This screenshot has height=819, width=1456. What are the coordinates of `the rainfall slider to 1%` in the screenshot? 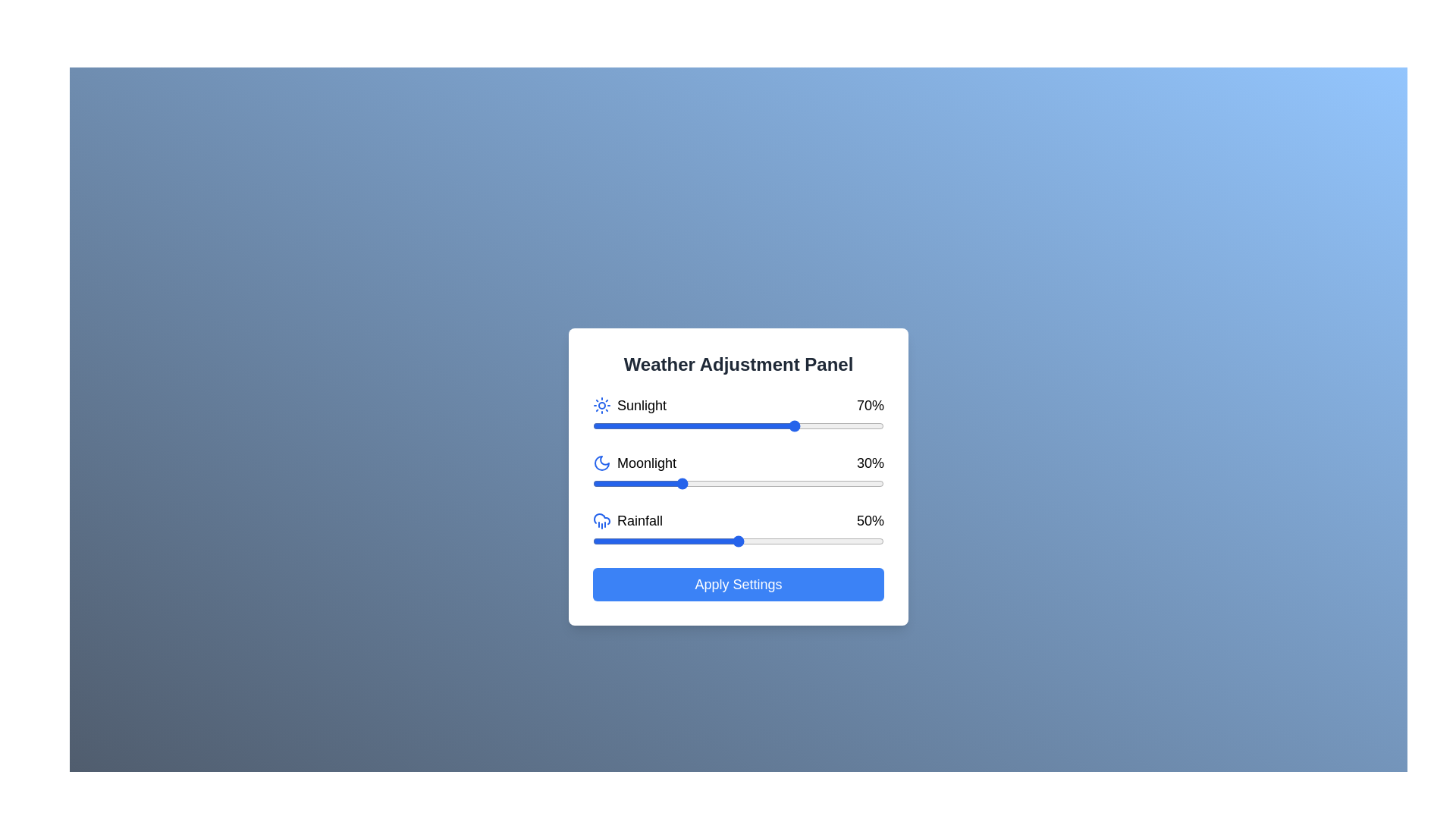 It's located at (595, 540).